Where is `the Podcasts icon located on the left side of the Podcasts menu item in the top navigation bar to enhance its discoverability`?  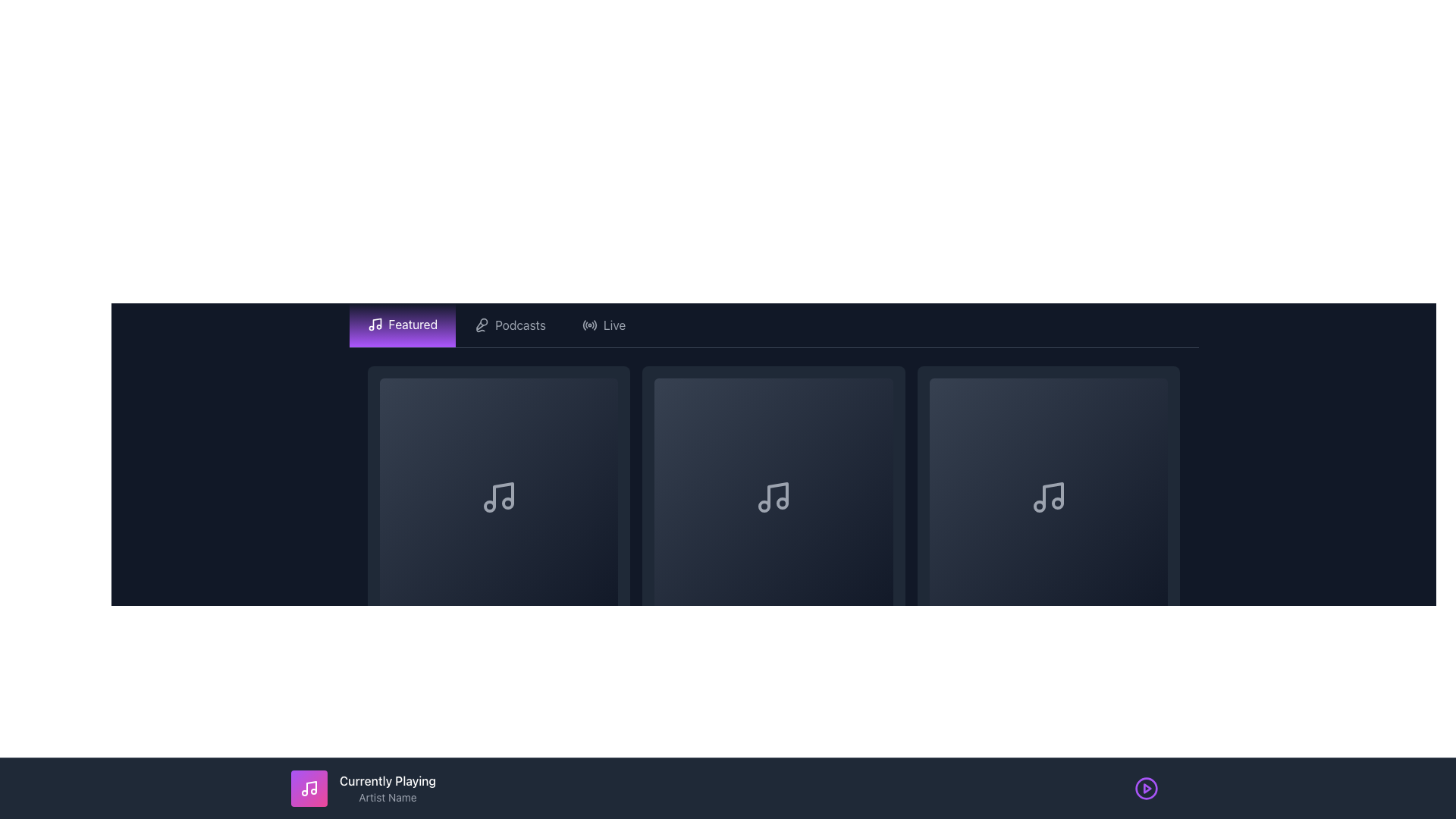
the Podcasts icon located on the left side of the Podcasts menu item in the top navigation bar to enhance its discoverability is located at coordinates (481, 324).